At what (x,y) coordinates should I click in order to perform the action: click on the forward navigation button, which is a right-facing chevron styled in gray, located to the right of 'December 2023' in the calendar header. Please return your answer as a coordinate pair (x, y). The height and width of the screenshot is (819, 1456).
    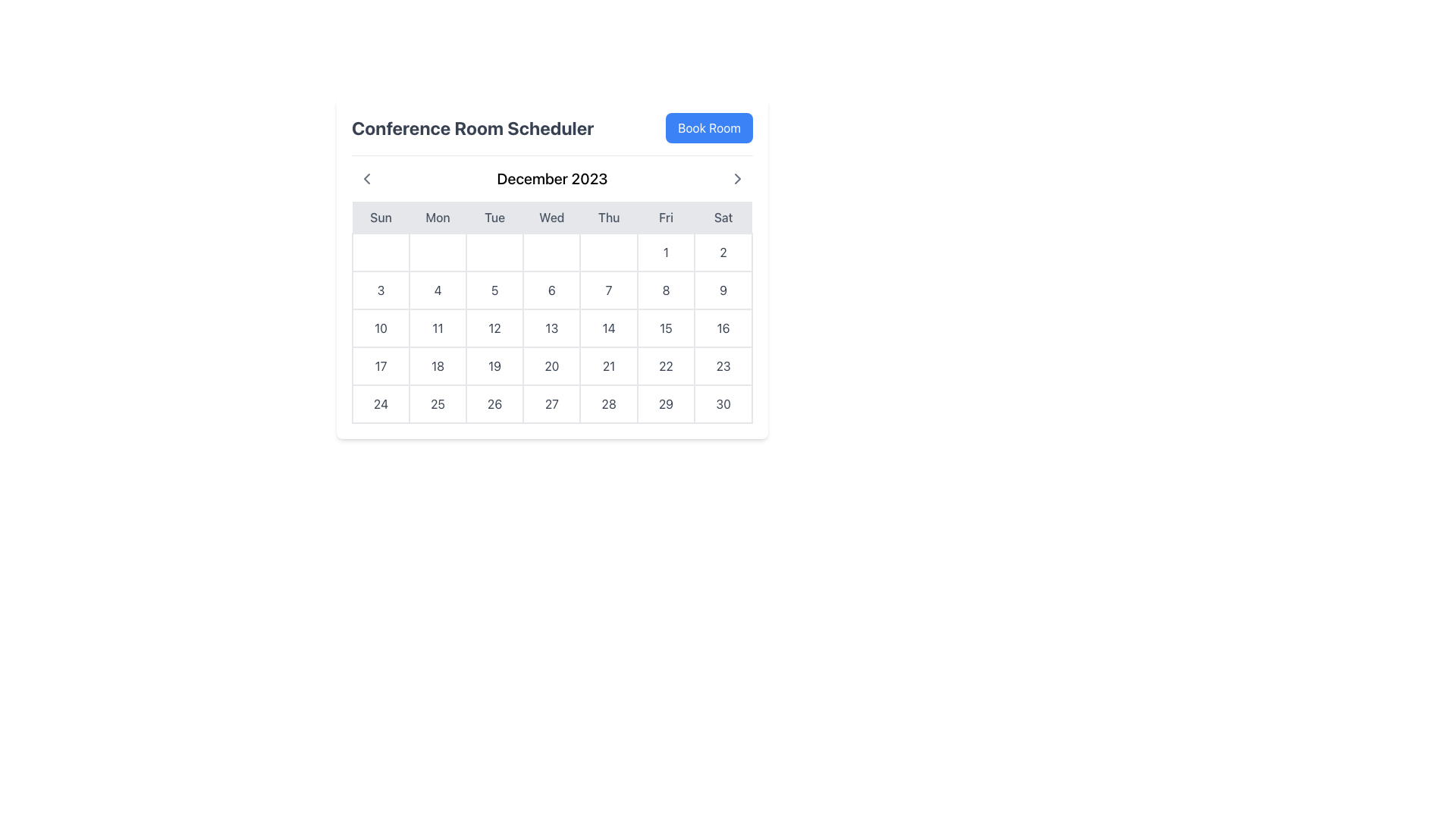
    Looking at the image, I should click on (738, 177).